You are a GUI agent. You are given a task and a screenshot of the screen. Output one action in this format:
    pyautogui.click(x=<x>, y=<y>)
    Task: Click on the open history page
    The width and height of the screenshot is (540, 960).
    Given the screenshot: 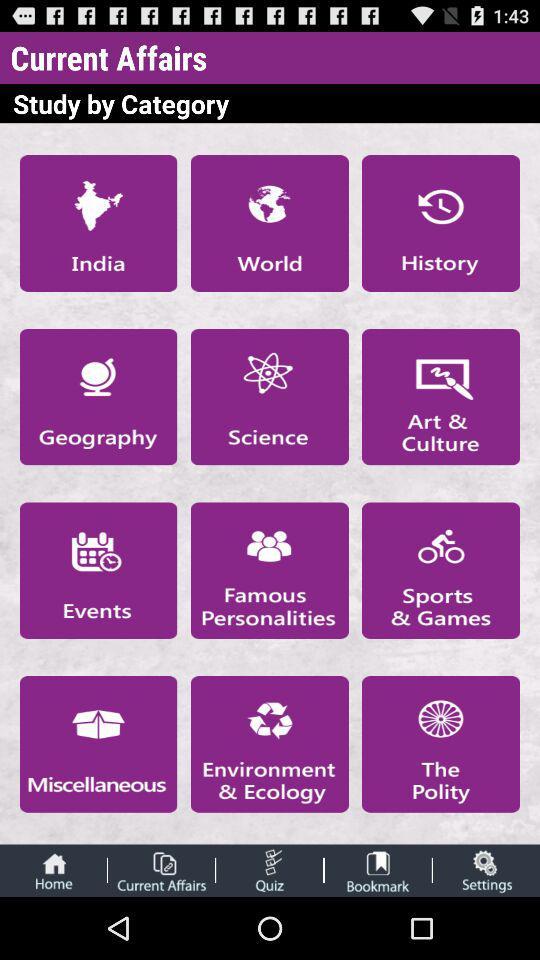 What is the action you would take?
    pyautogui.click(x=441, y=223)
    